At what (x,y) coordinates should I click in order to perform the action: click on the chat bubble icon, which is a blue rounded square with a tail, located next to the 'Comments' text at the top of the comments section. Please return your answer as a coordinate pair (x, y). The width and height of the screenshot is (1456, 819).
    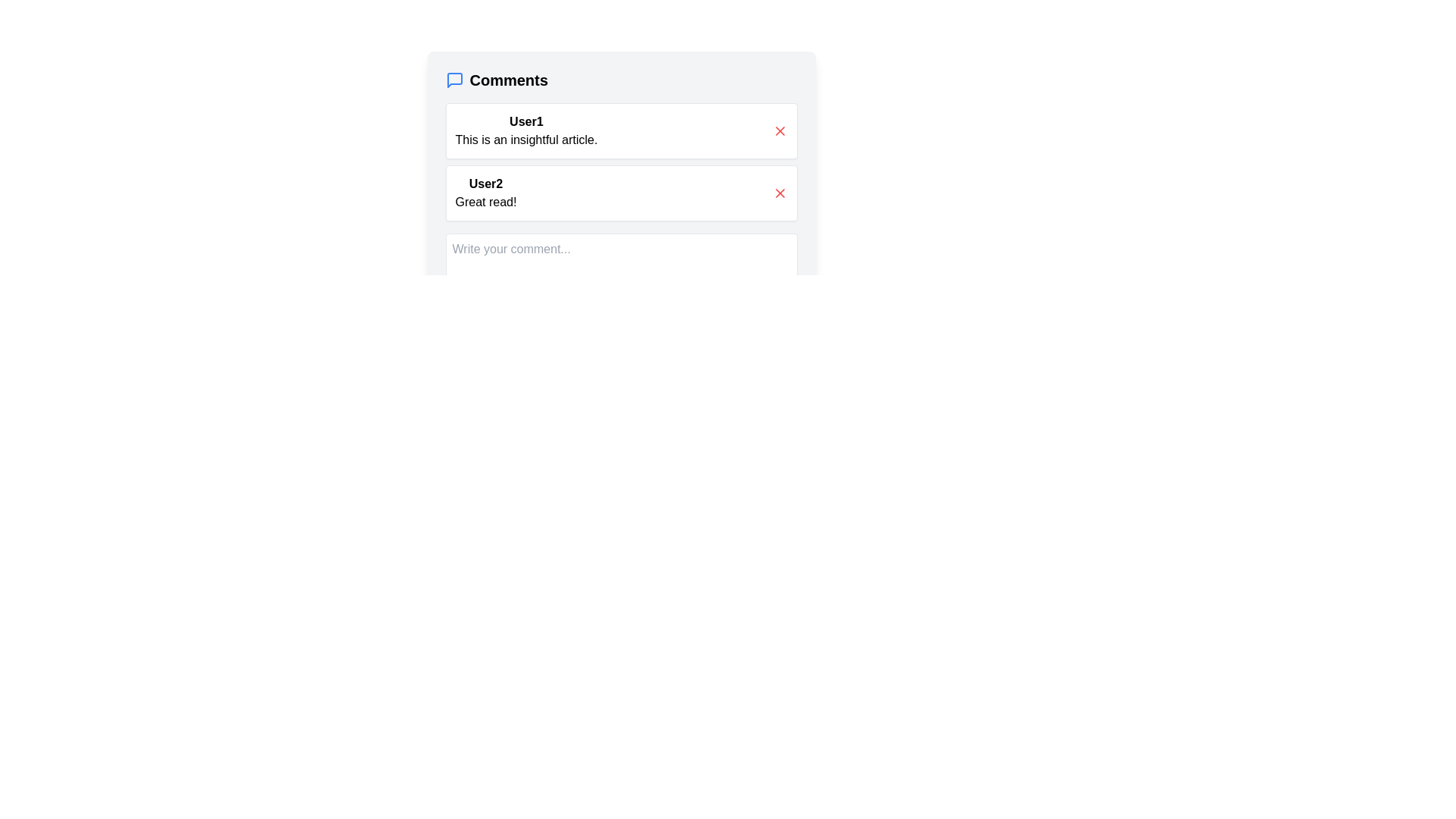
    Looking at the image, I should click on (453, 80).